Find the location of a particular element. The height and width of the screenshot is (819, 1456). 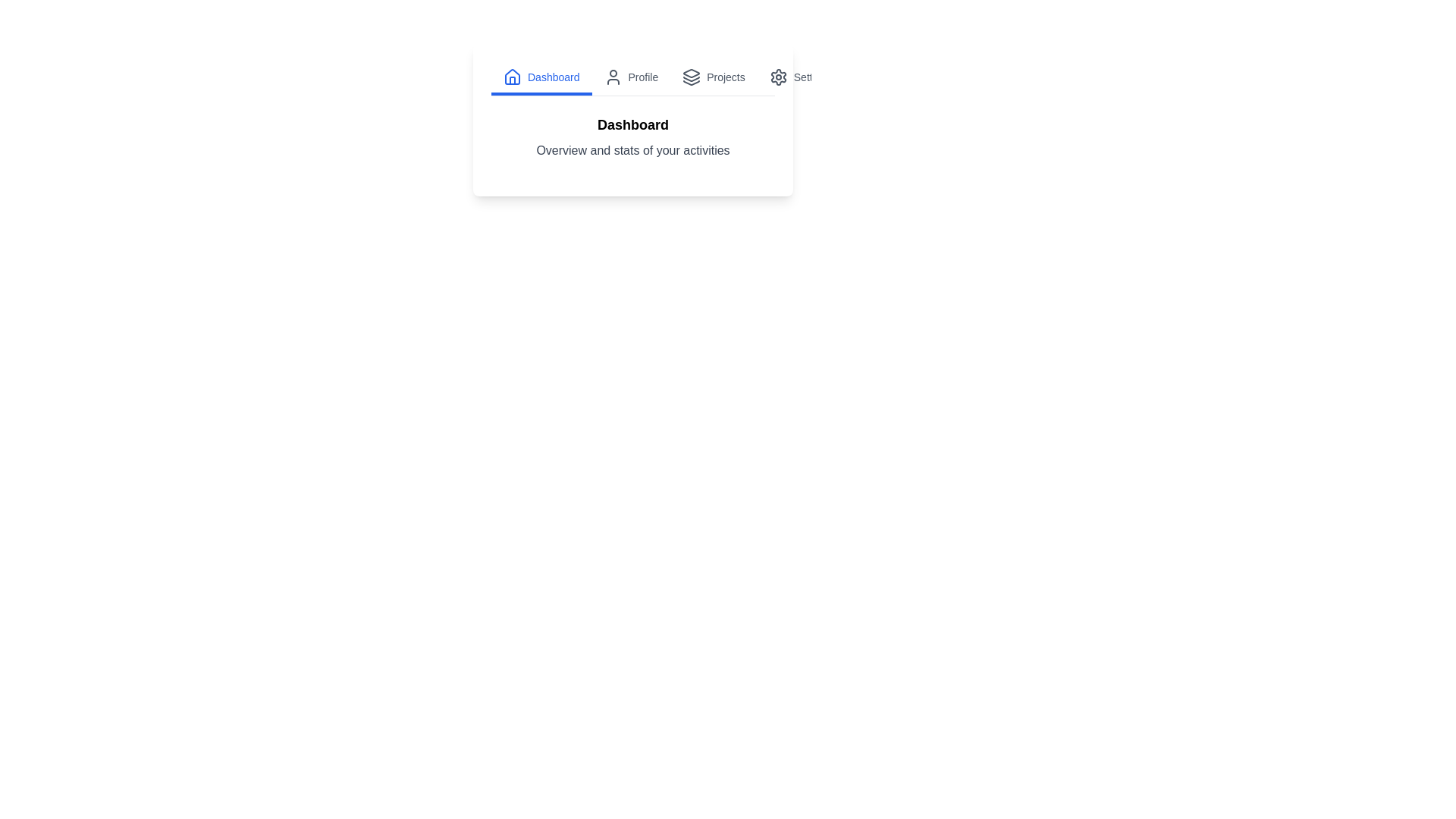

the icon of the Dashboard tab is located at coordinates (513, 77).